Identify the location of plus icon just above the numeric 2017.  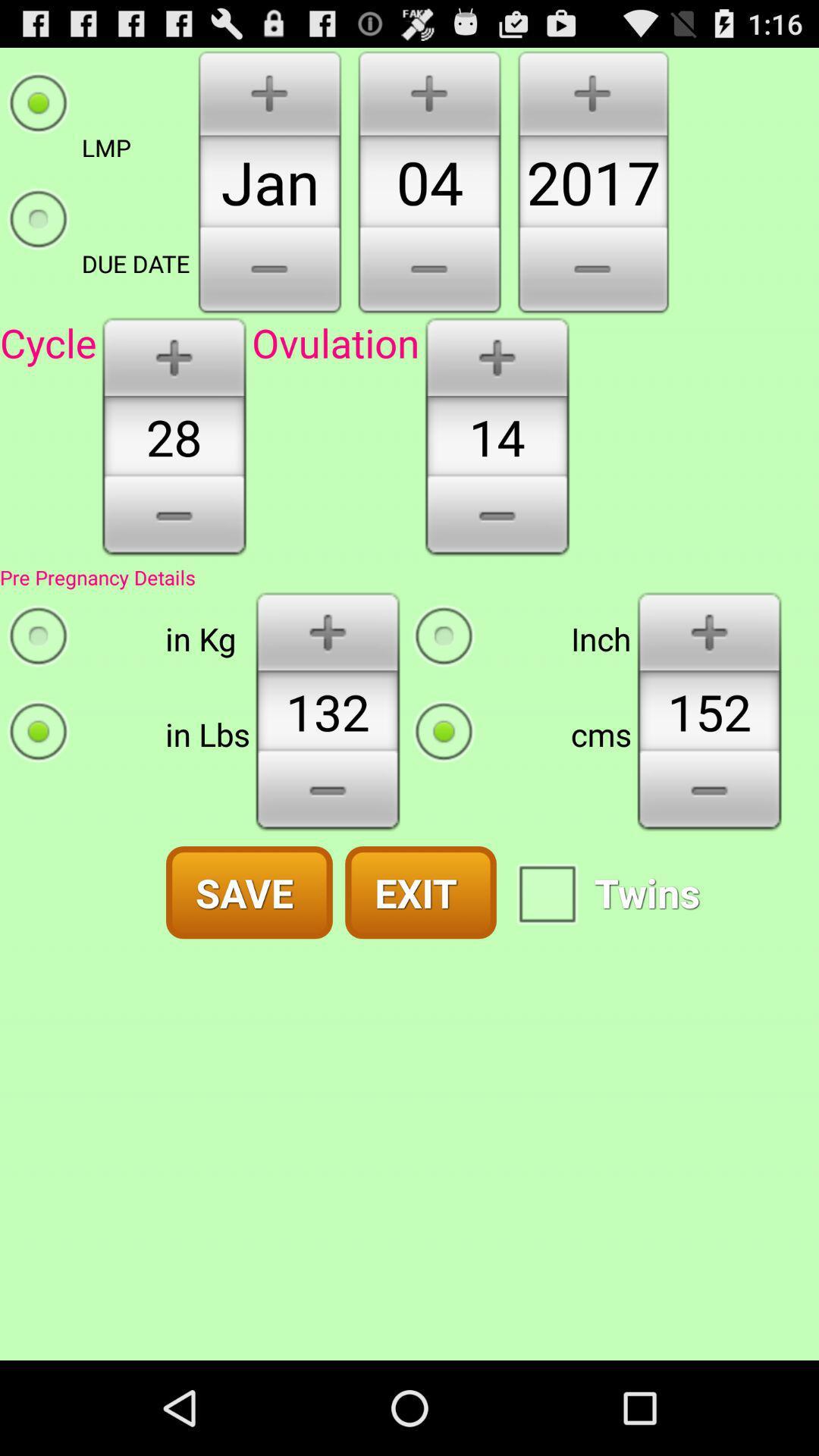
(592, 90).